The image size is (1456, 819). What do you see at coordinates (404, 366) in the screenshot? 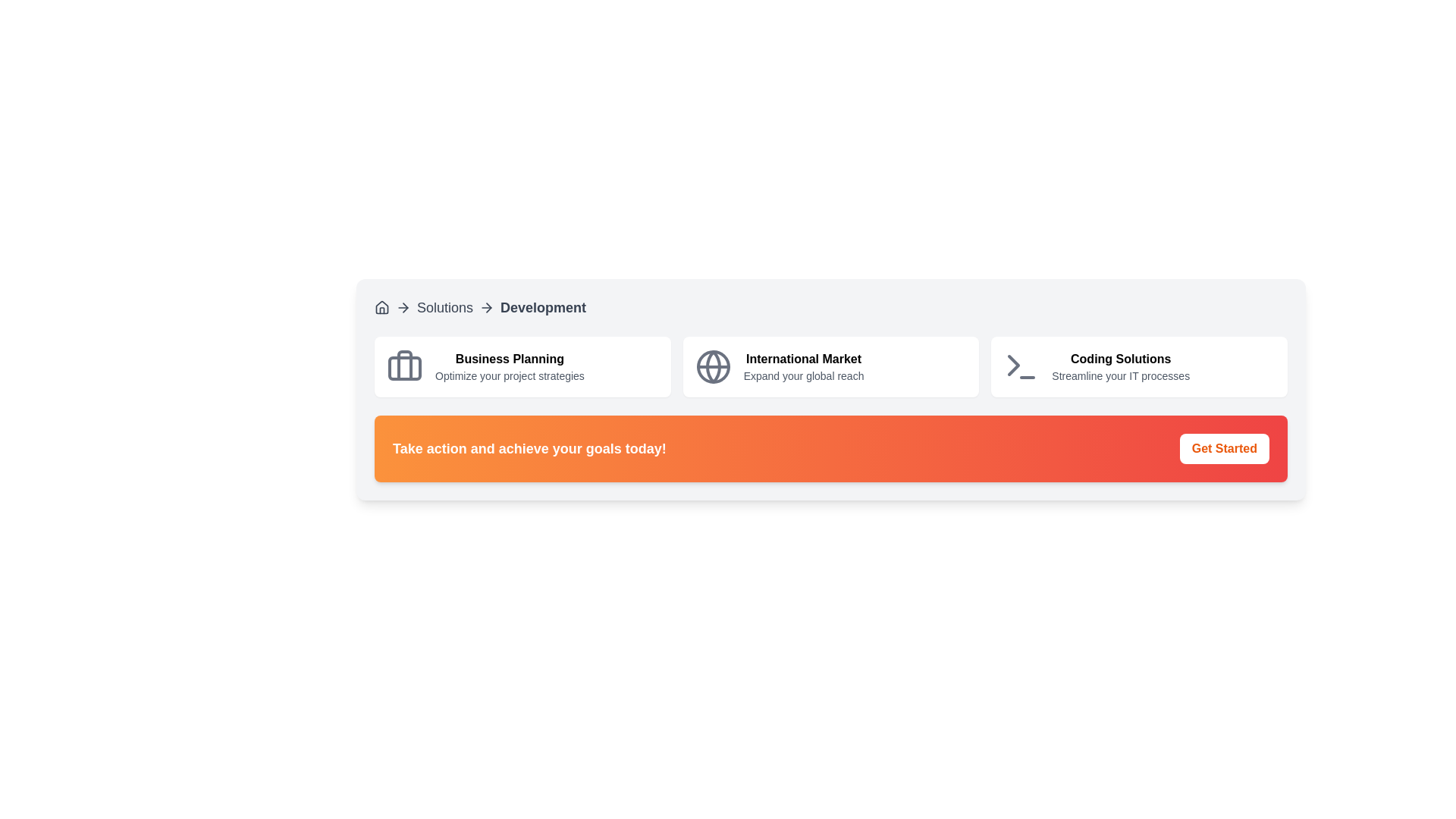
I see `the vertical handle segment of the briefcase icon located in the Business Planning tile` at bounding box center [404, 366].